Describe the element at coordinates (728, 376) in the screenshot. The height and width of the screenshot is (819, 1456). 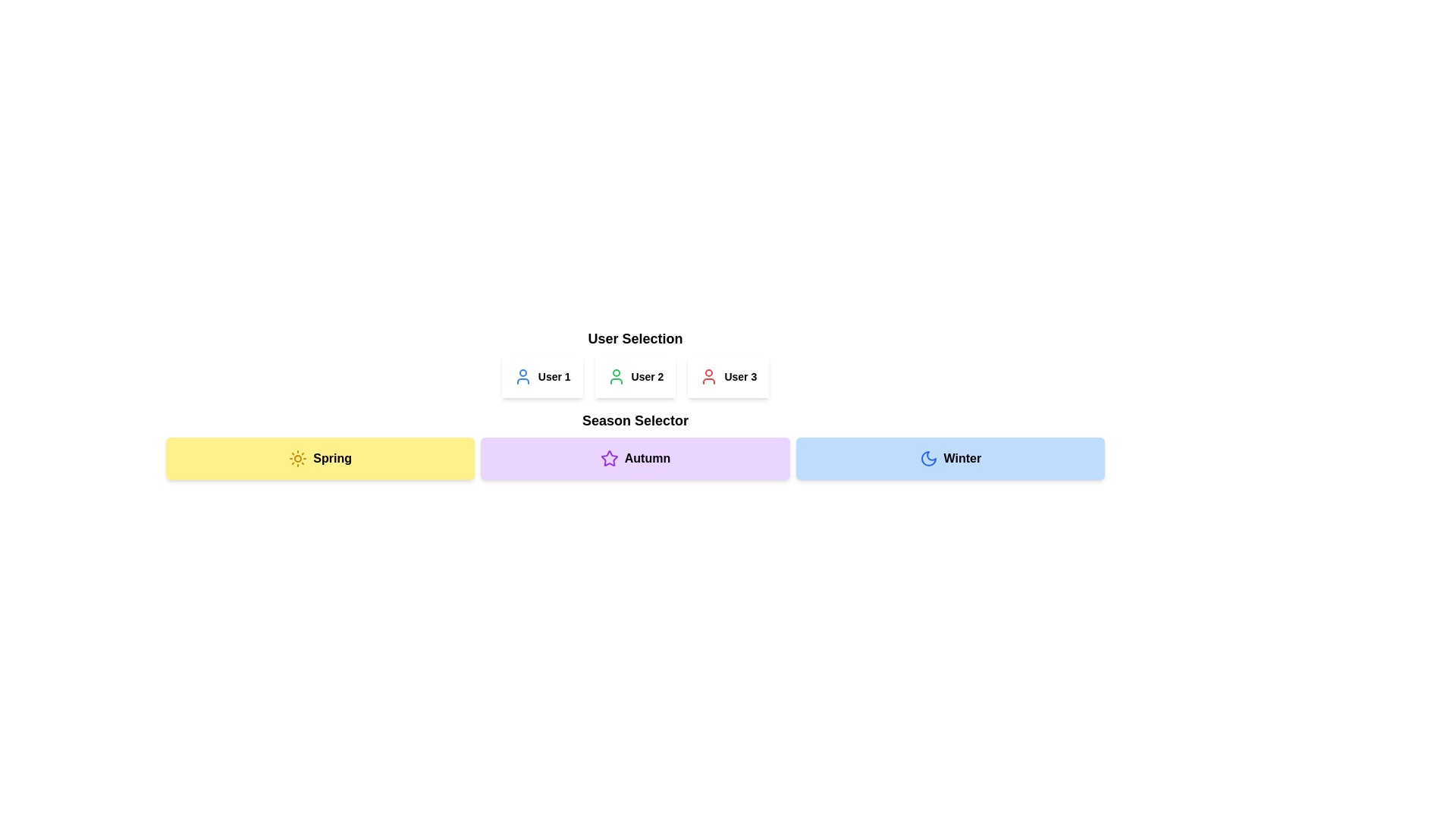
I see `the button labeled 'User 3' with a red user silhouette icon` at that location.